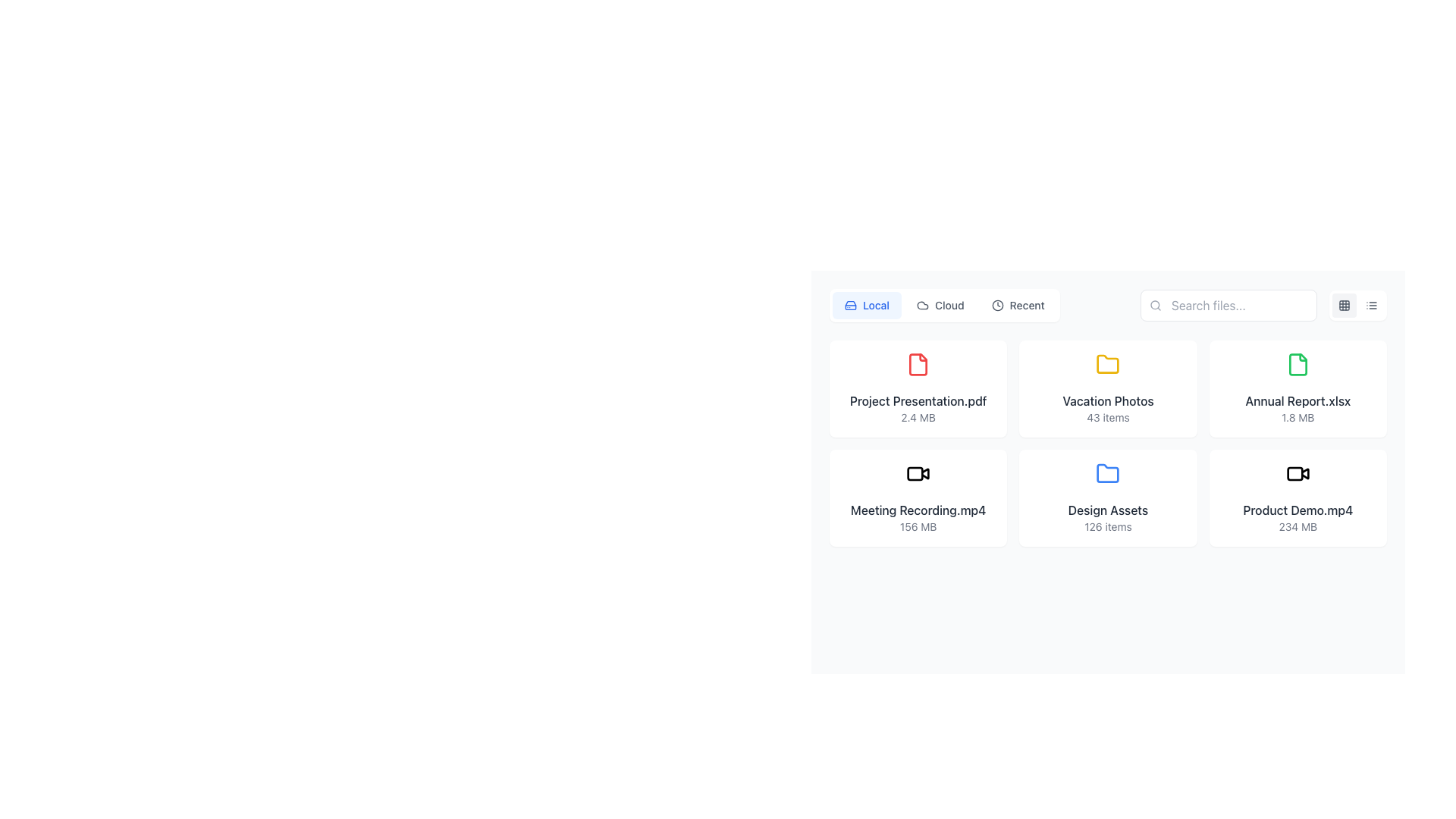 This screenshot has height=819, width=1456. I want to click on the cloud storage icon located in the top-right segment of the interface, next to the 'Cloud' option, so click(922, 305).